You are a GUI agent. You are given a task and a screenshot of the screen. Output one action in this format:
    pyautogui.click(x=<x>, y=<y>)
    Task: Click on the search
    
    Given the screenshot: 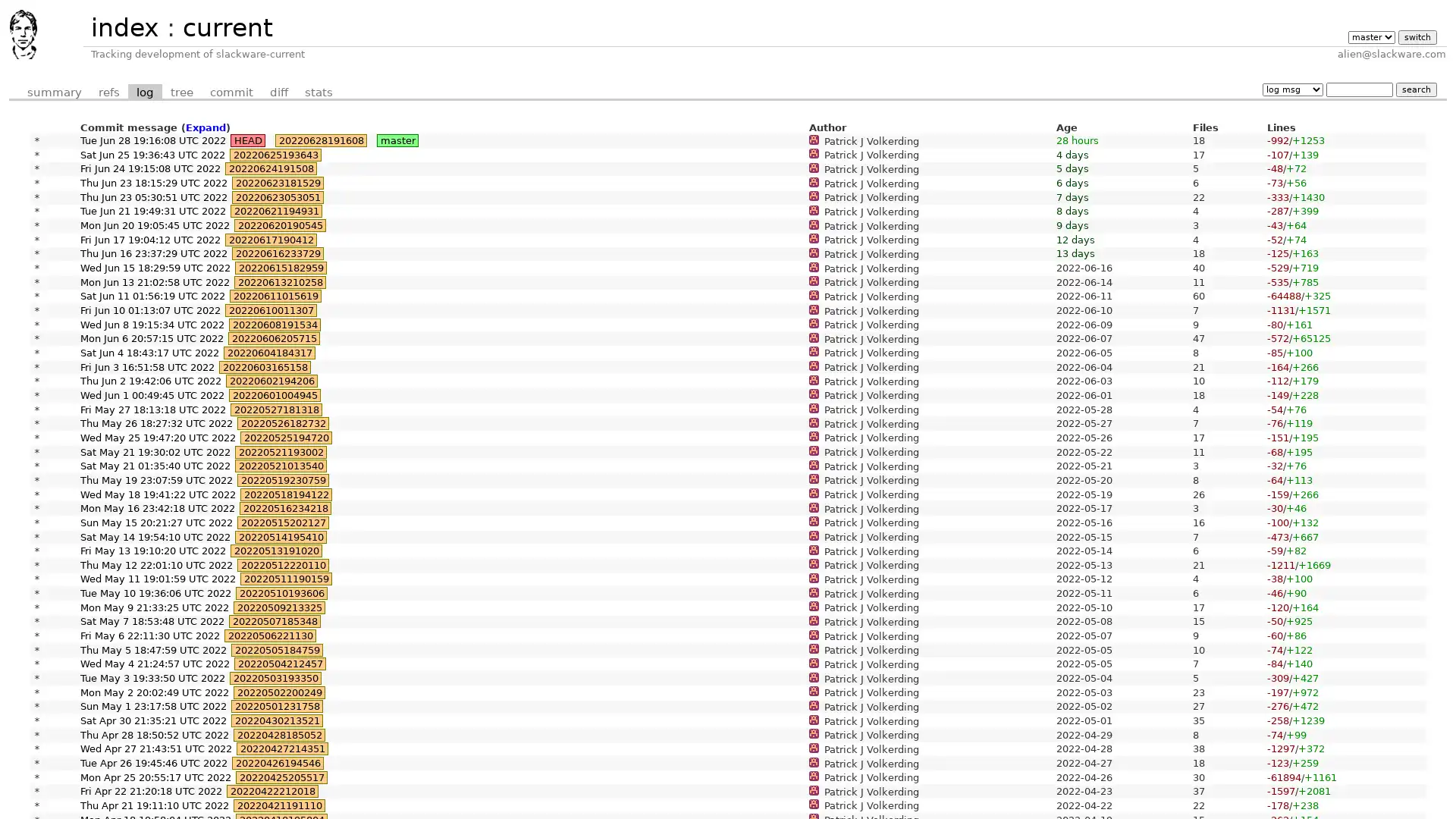 What is the action you would take?
    pyautogui.click(x=1415, y=89)
    